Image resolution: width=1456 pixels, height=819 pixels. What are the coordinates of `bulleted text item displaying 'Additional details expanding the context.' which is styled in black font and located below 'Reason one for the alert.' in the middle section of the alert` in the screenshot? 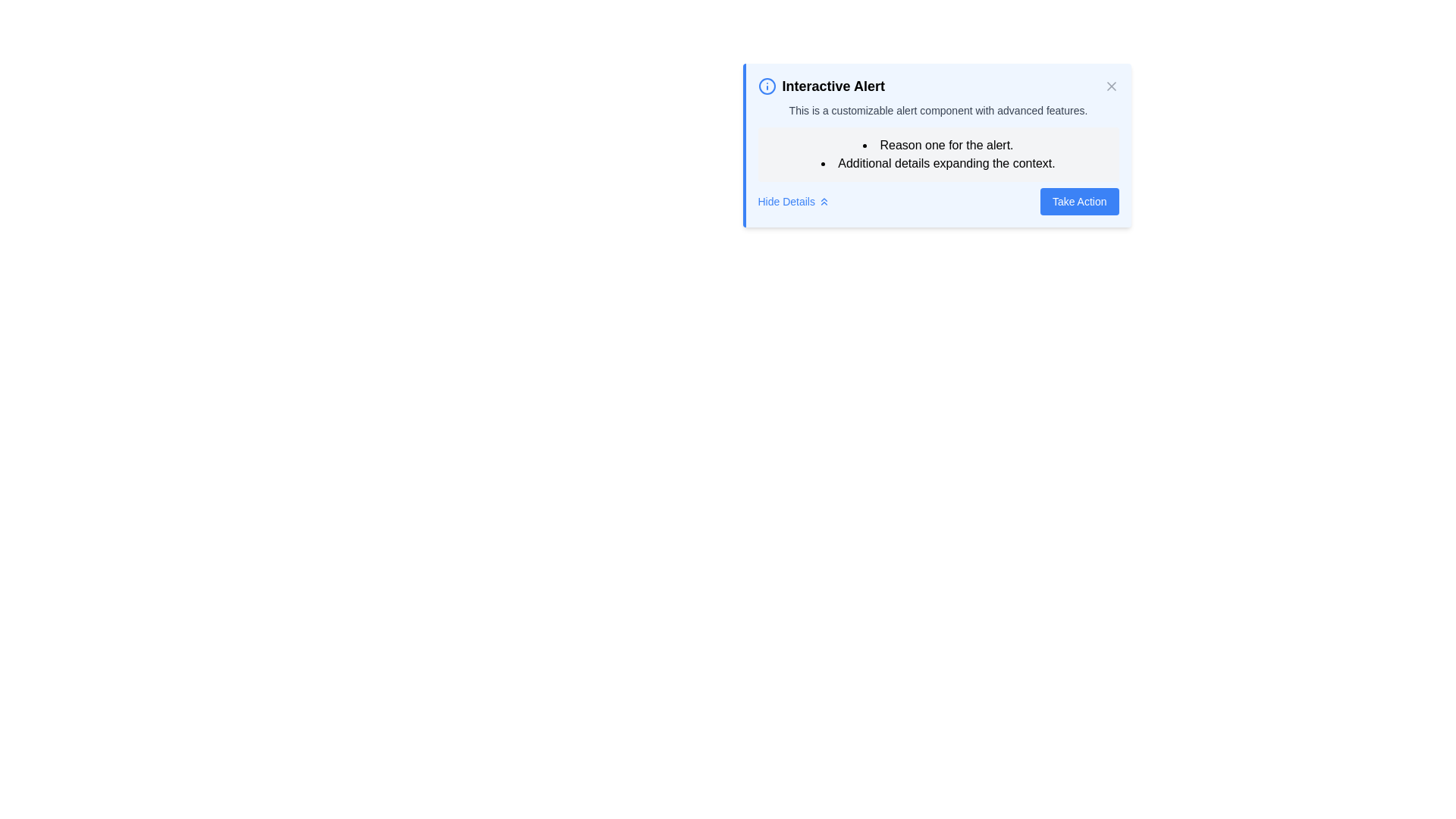 It's located at (937, 164).